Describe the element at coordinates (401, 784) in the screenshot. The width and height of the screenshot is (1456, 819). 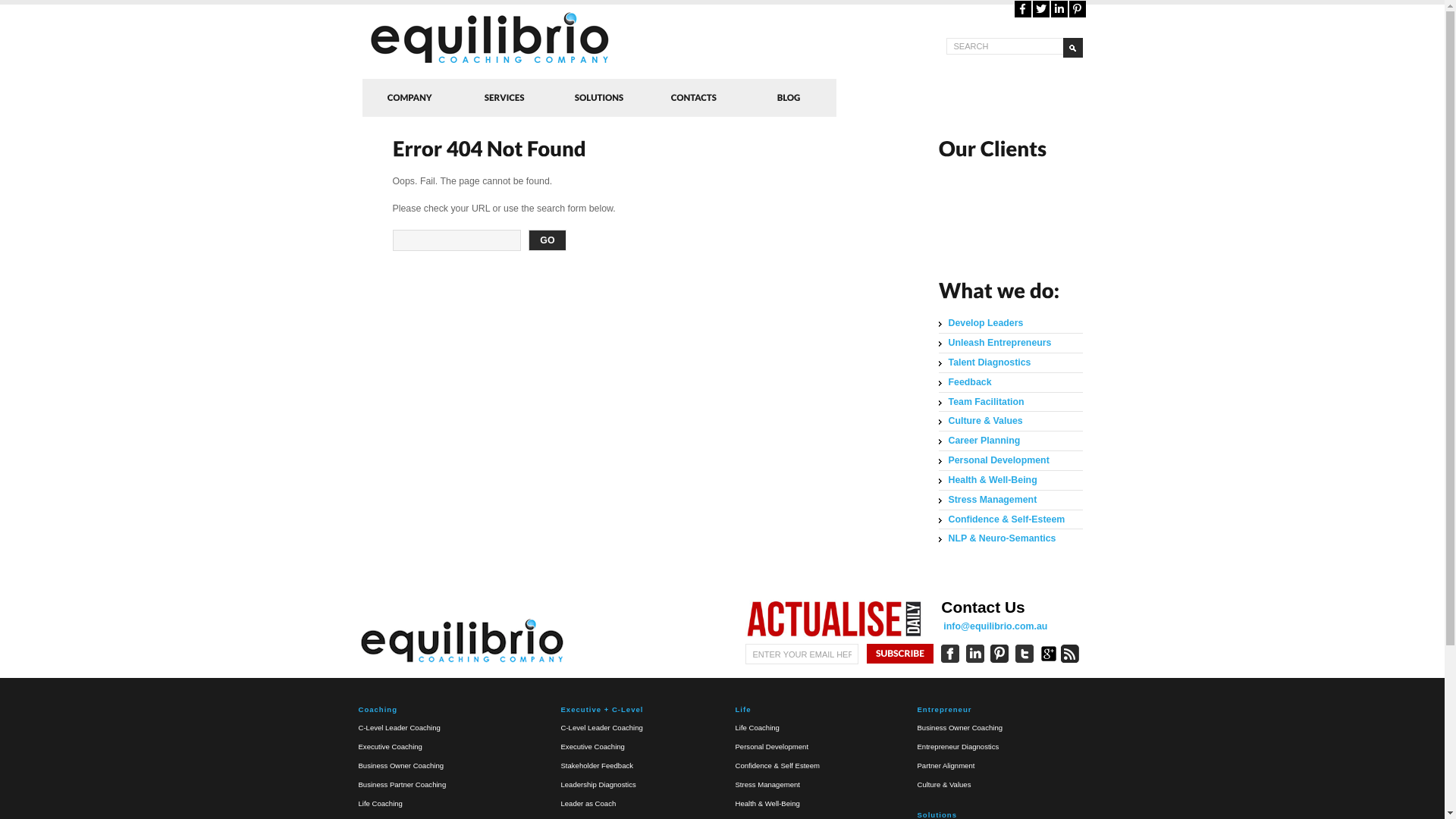
I see `'Business Partner Coaching'` at that location.